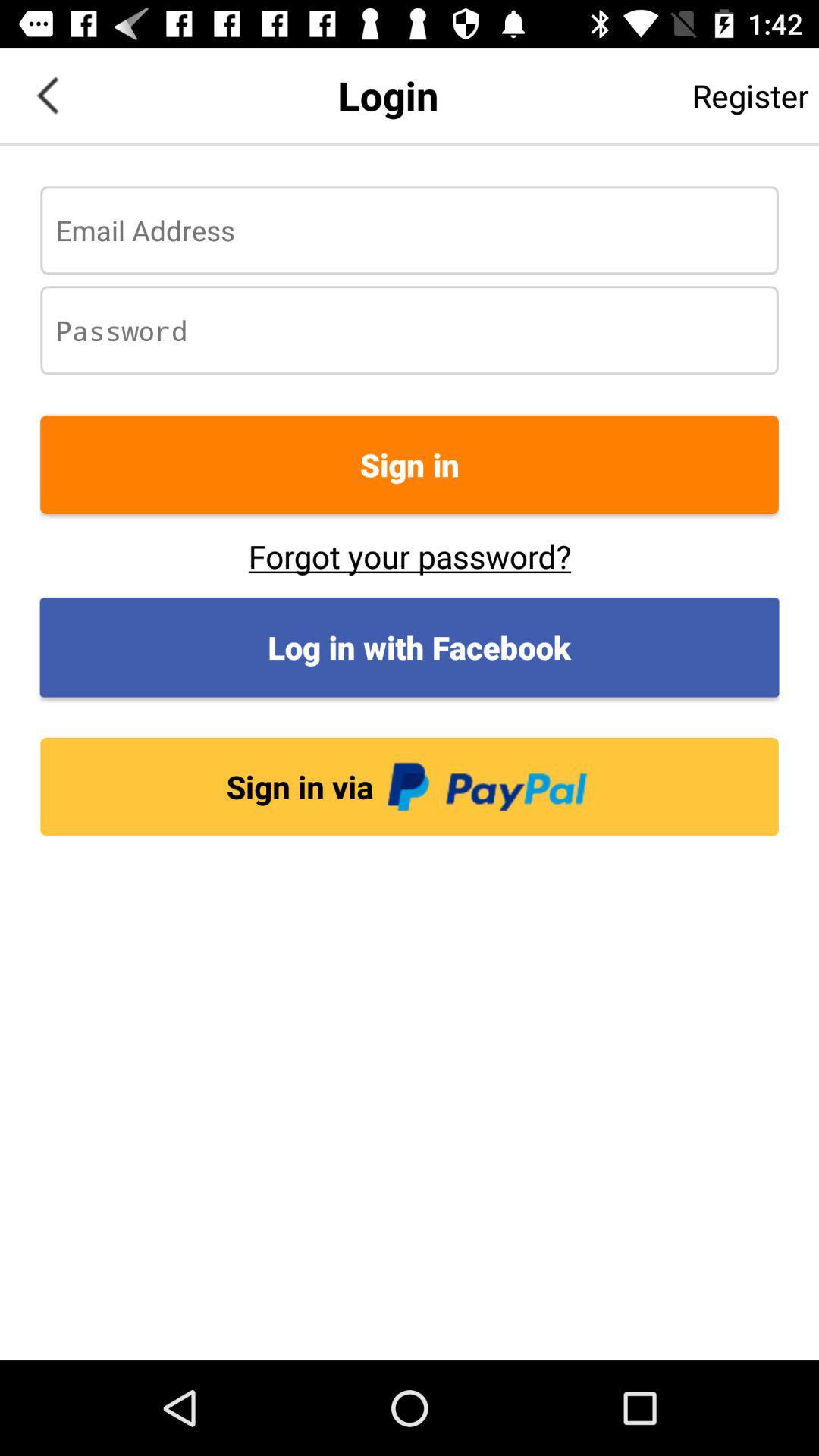  What do you see at coordinates (409, 555) in the screenshot?
I see `button below the sign in item` at bounding box center [409, 555].